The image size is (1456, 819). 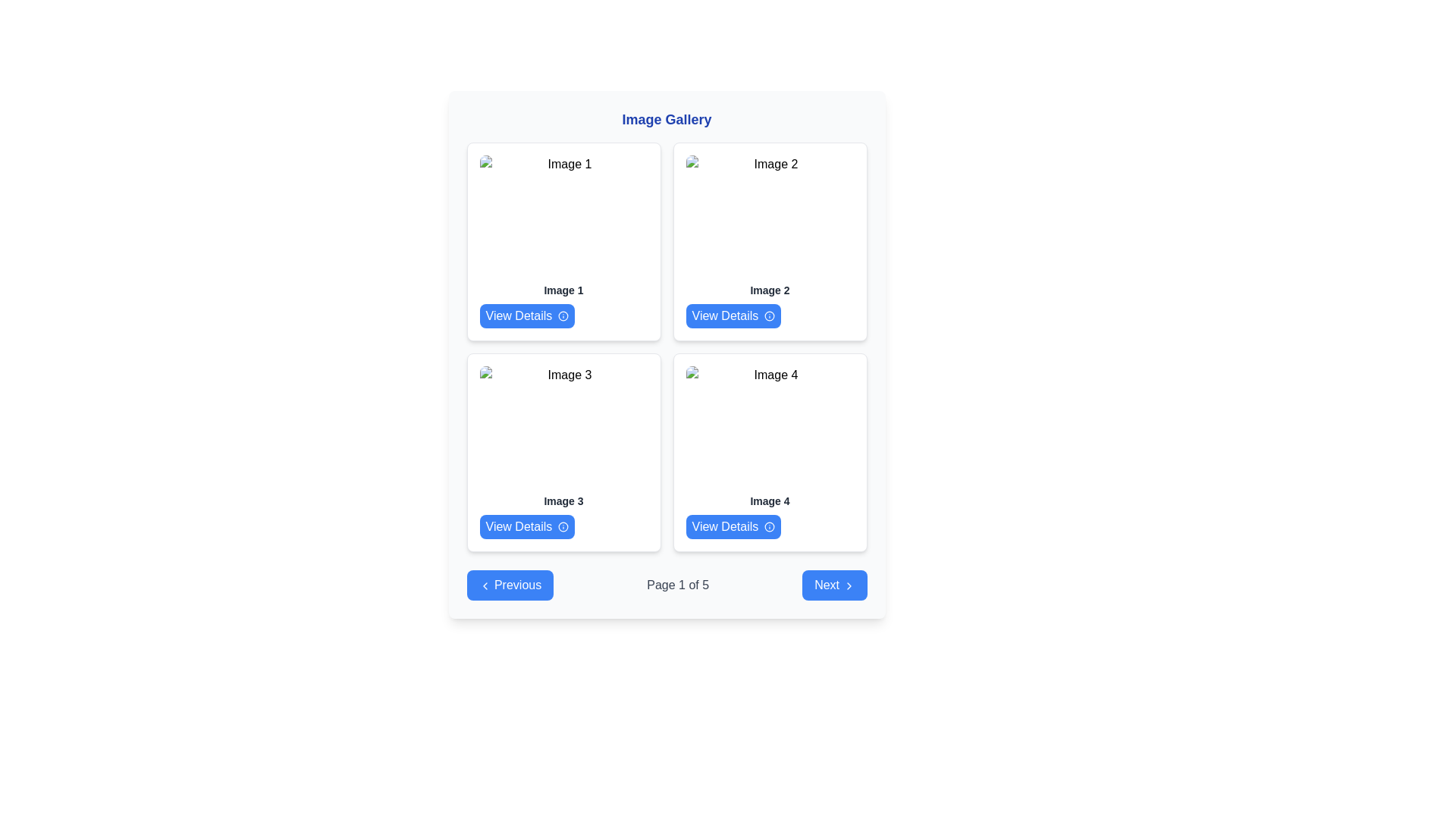 What do you see at coordinates (527, 526) in the screenshot?
I see `the button located below the title 'Image 3' in the image gallery` at bounding box center [527, 526].